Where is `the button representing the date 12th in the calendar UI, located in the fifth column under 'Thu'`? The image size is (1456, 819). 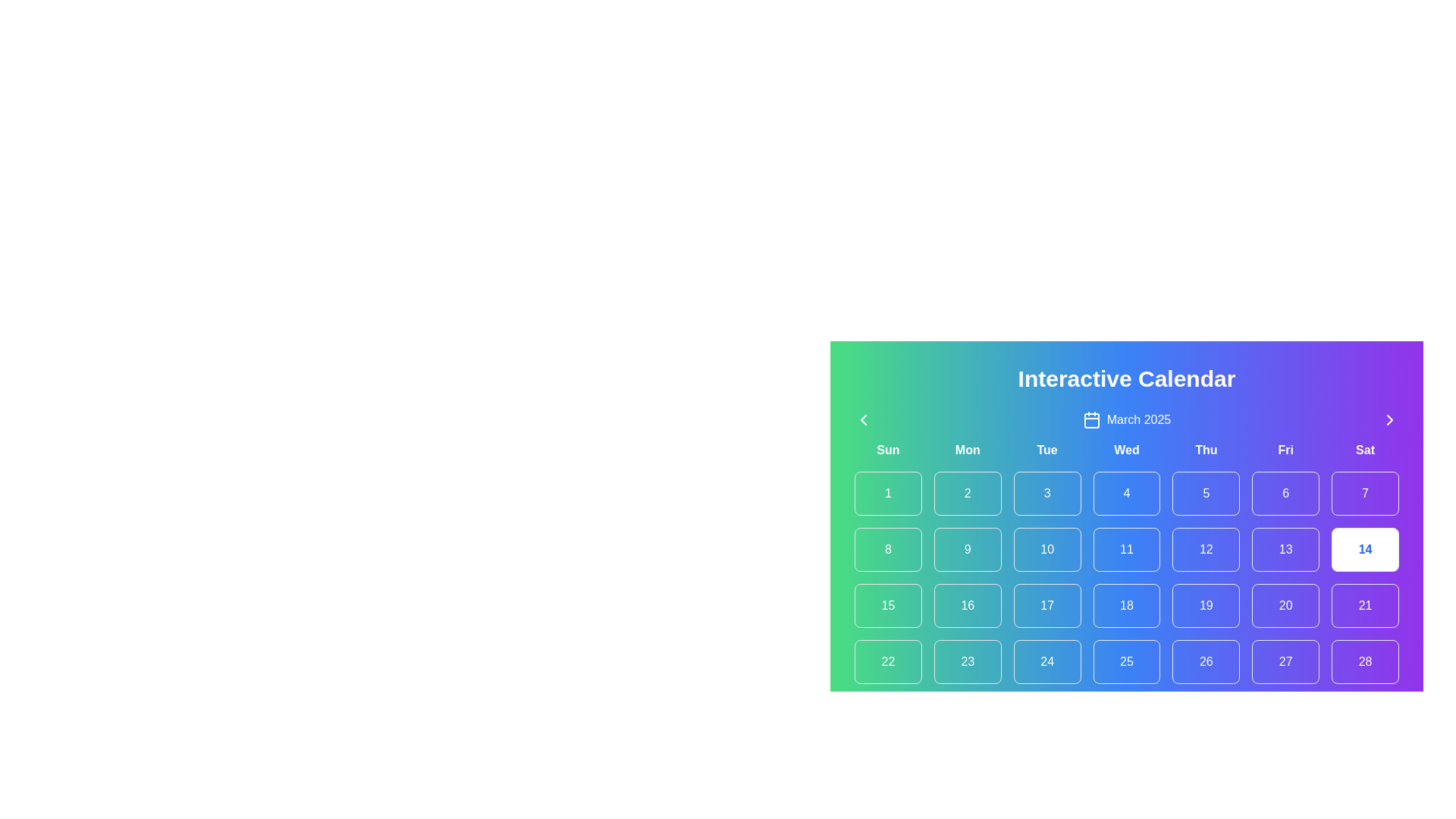 the button representing the date 12th in the calendar UI, located in the fifth column under 'Thu' is located at coordinates (1205, 550).